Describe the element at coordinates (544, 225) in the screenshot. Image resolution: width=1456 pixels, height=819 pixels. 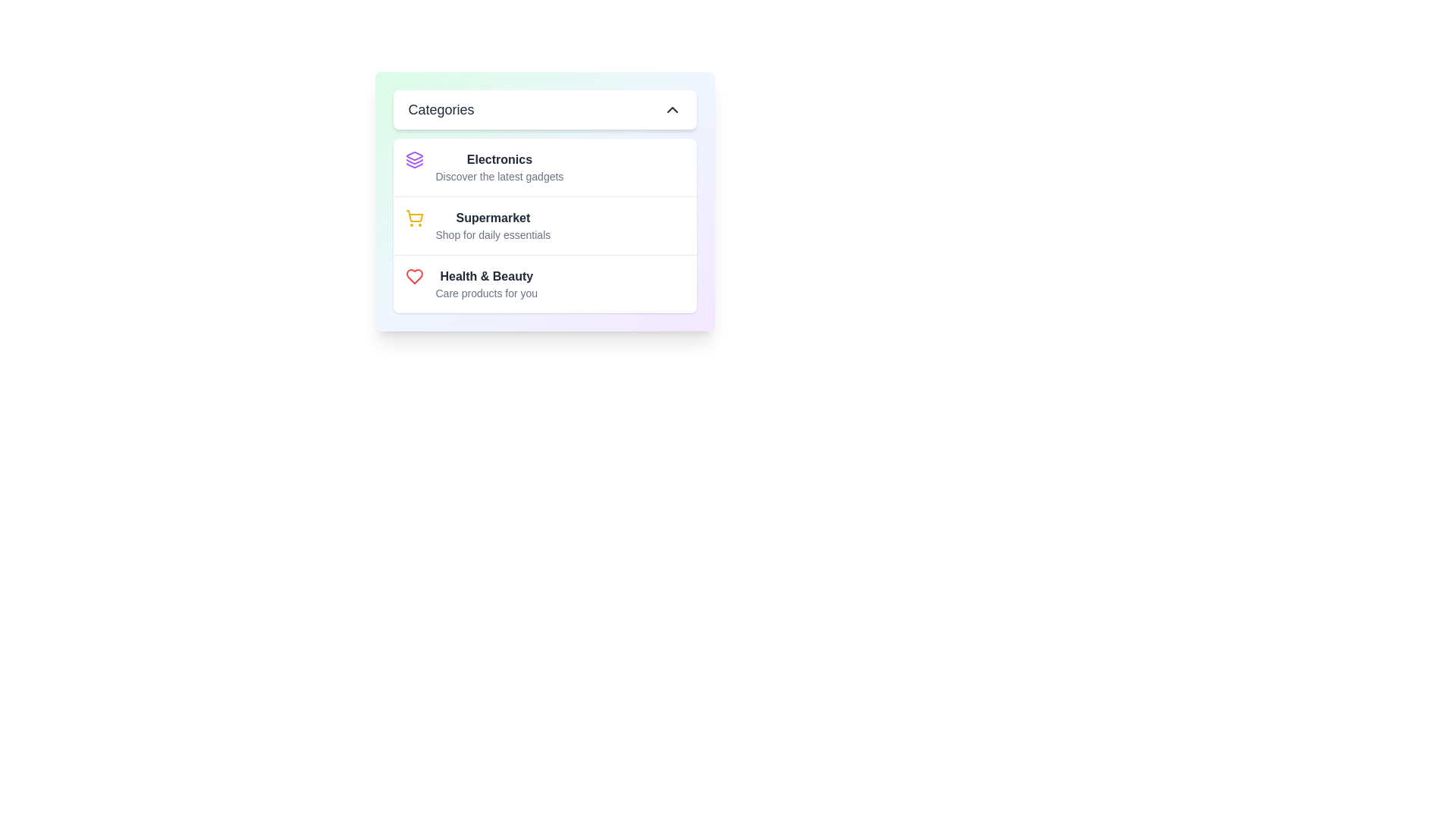
I see `the 'Supermarket' card-like item in the categories list` at that location.